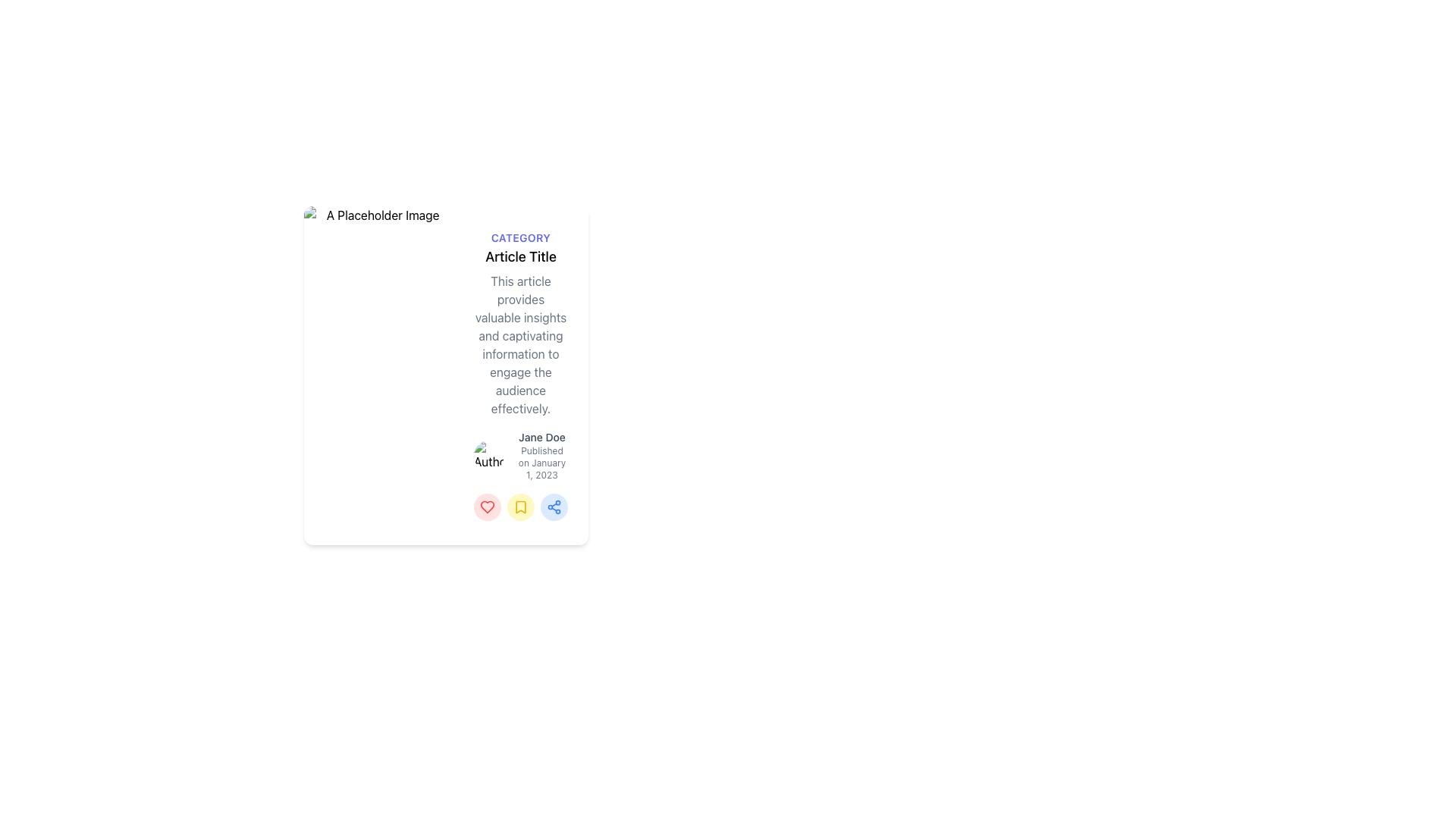  What do you see at coordinates (488, 507) in the screenshot?
I see `the heart icon located second from the left in the bottom row of icons under the card element` at bounding box center [488, 507].